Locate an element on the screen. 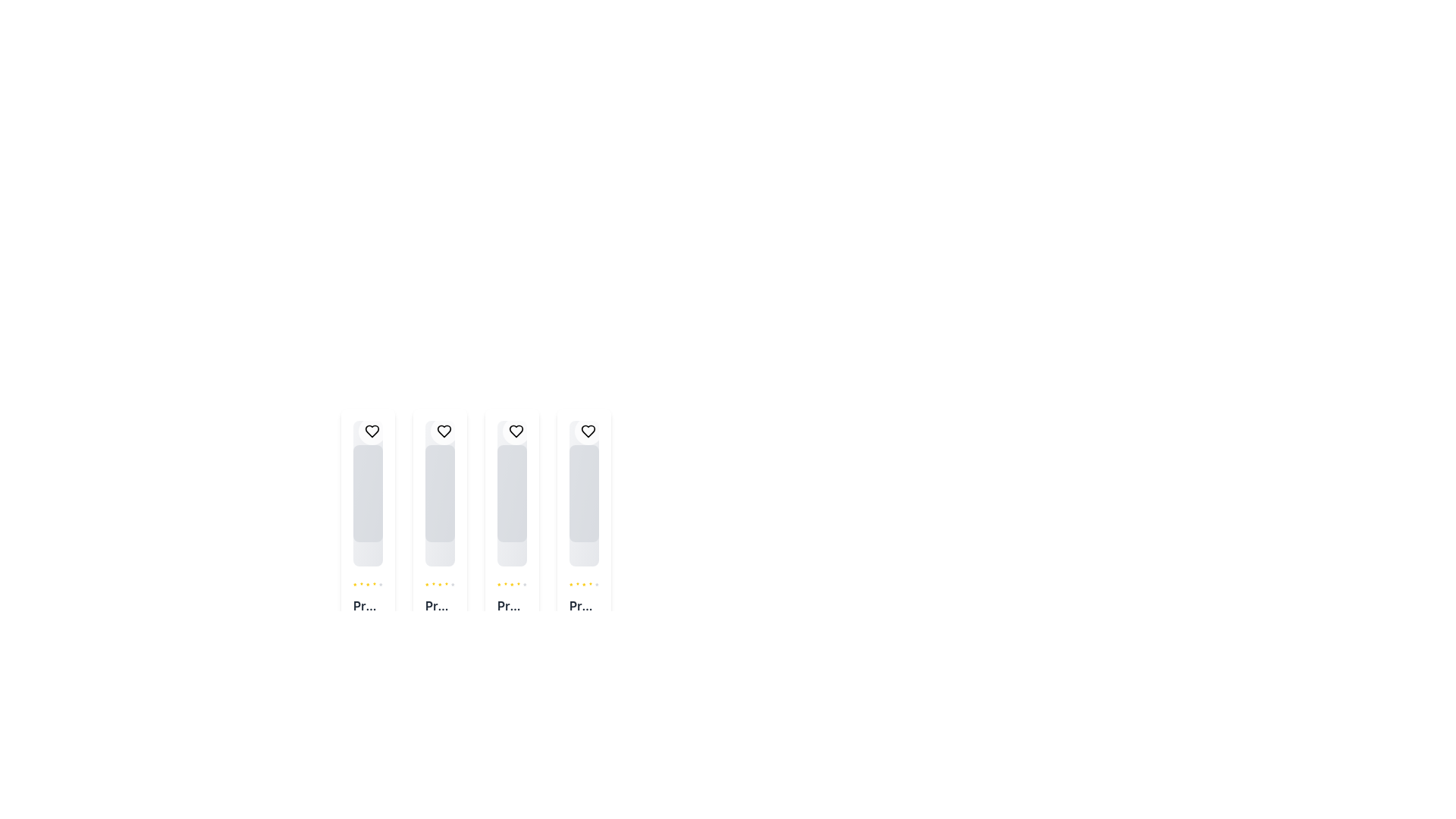  the decorative loading state placeholder element, which is the second in a horizontally arranged list, indicating a loading state or reserved content is located at coordinates (439, 494).